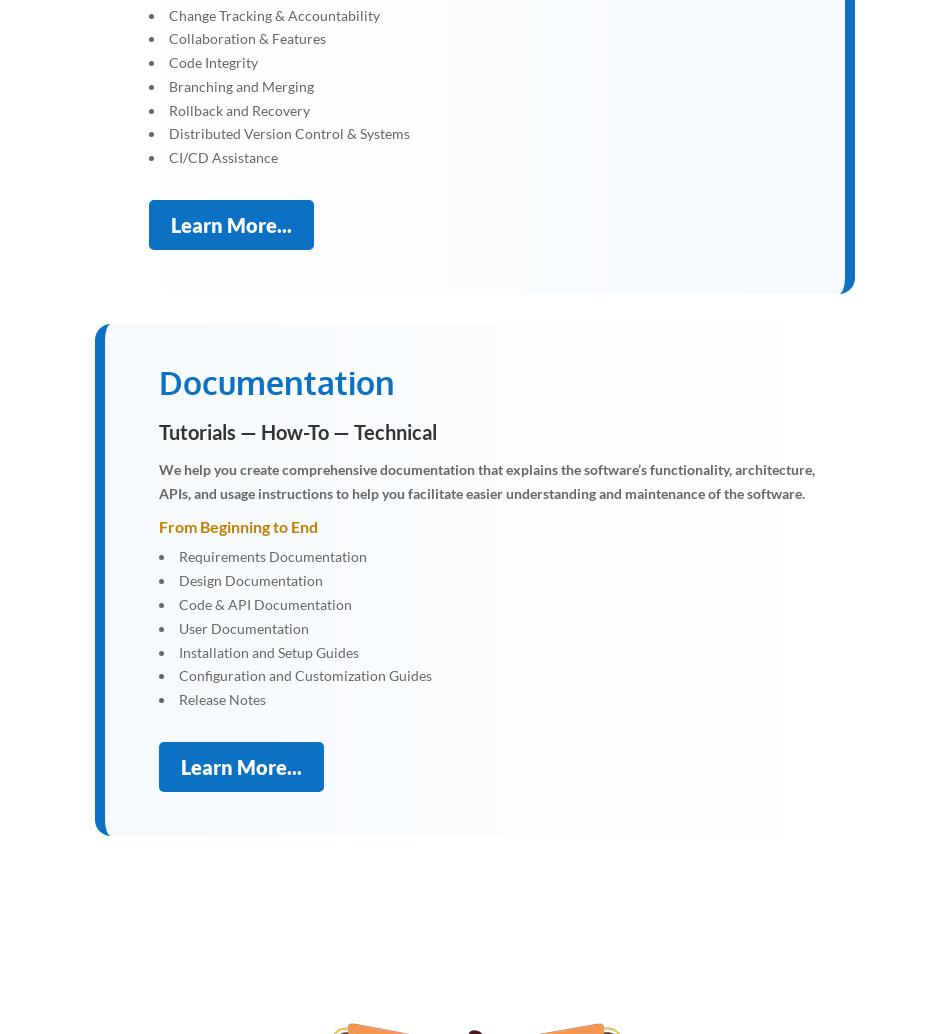 This screenshot has height=1034, width=950. What do you see at coordinates (169, 38) in the screenshot?
I see `'Collaboration & Features'` at bounding box center [169, 38].